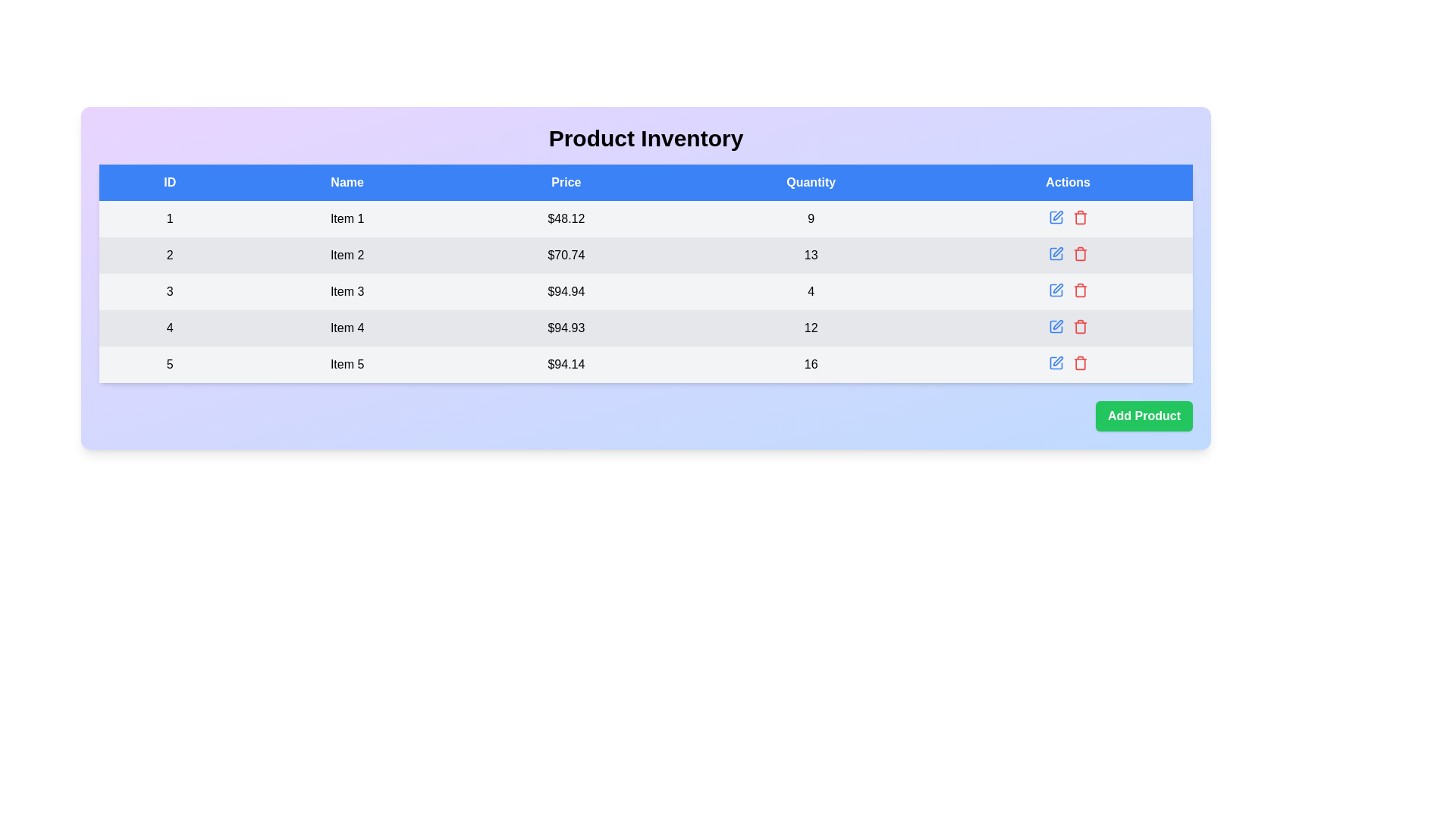 This screenshot has width=1456, height=819. I want to click on the 'Product Inventory' header title, which is a non-interactive text label located centrally at the top of the section above the product details table, so click(645, 138).